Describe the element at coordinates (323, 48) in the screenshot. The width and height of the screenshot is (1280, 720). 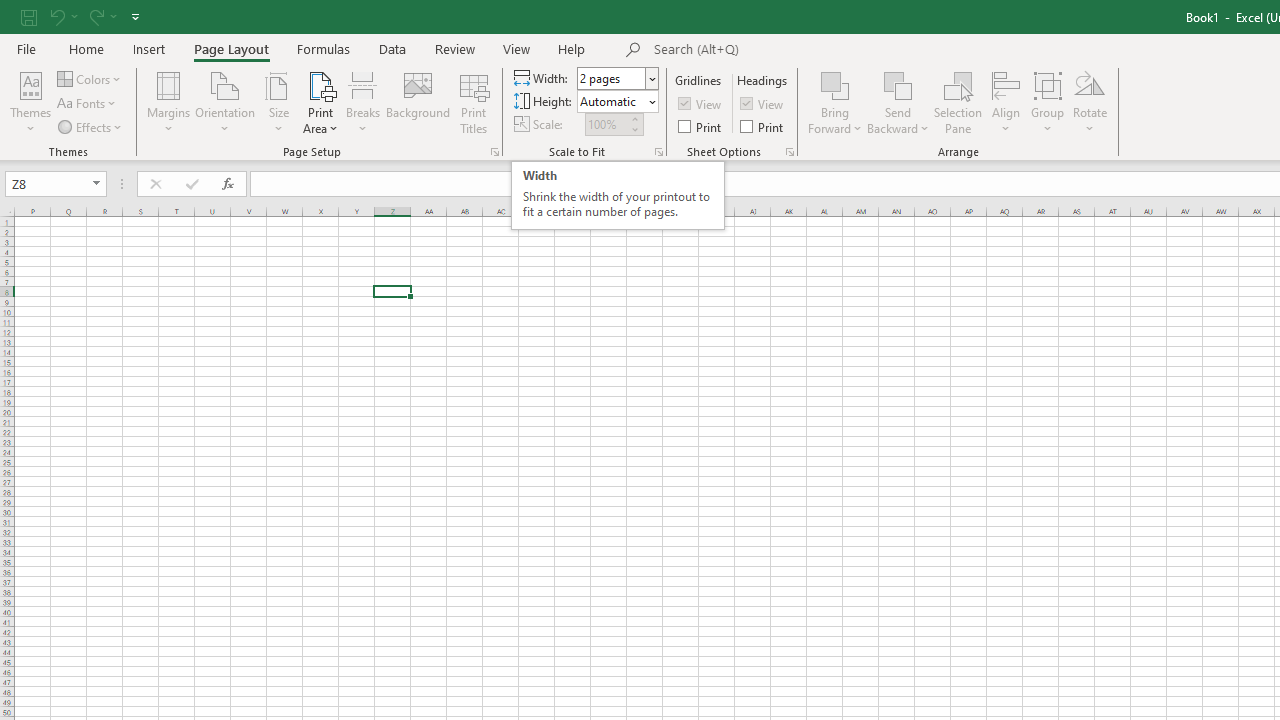
I see `'Formulas'` at that location.